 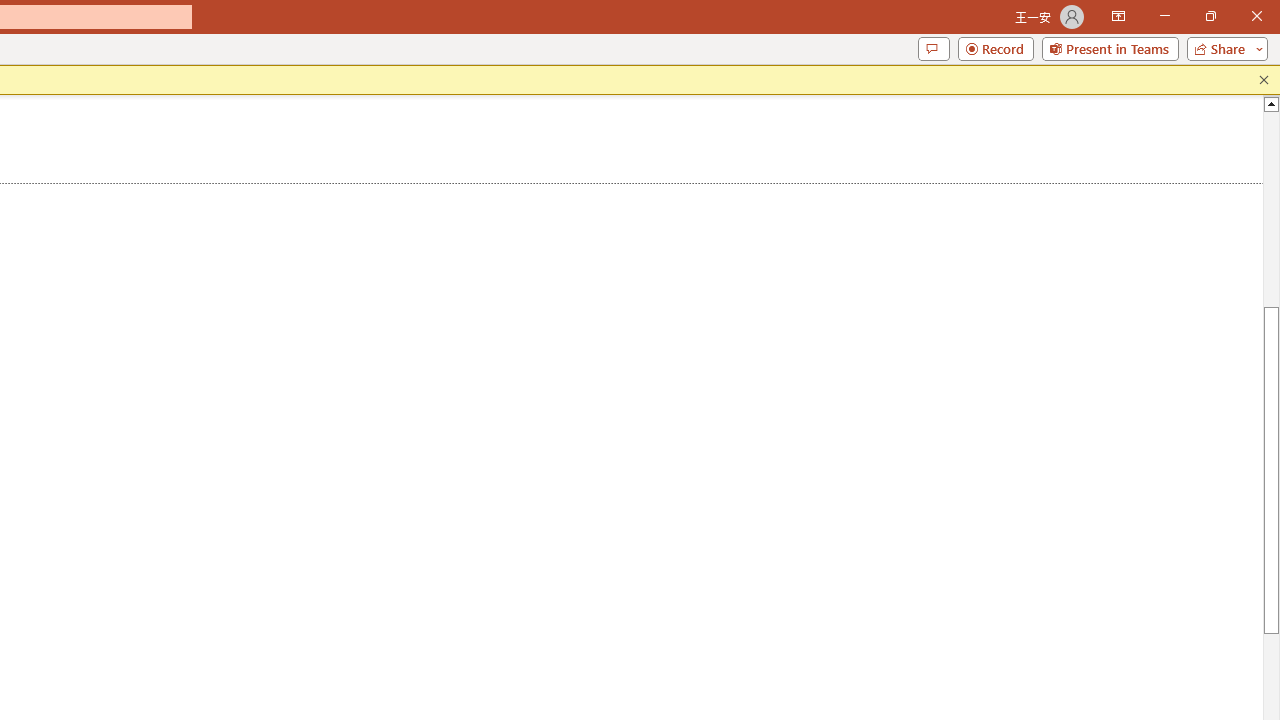 I want to click on 'Restore Down', so click(x=1209, y=16).